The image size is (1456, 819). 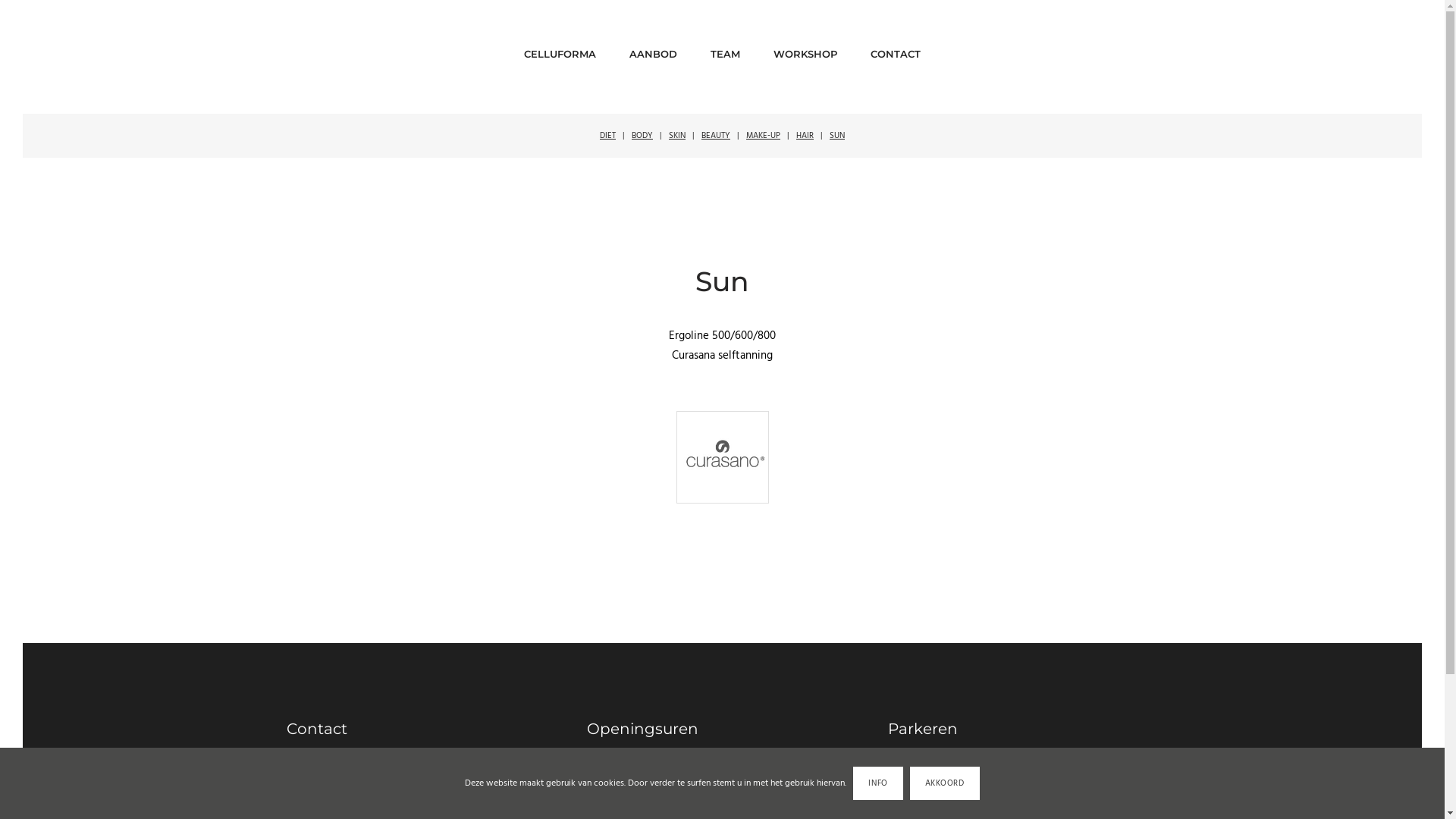 What do you see at coordinates (895, 49) in the screenshot?
I see `'CONTACT'` at bounding box center [895, 49].